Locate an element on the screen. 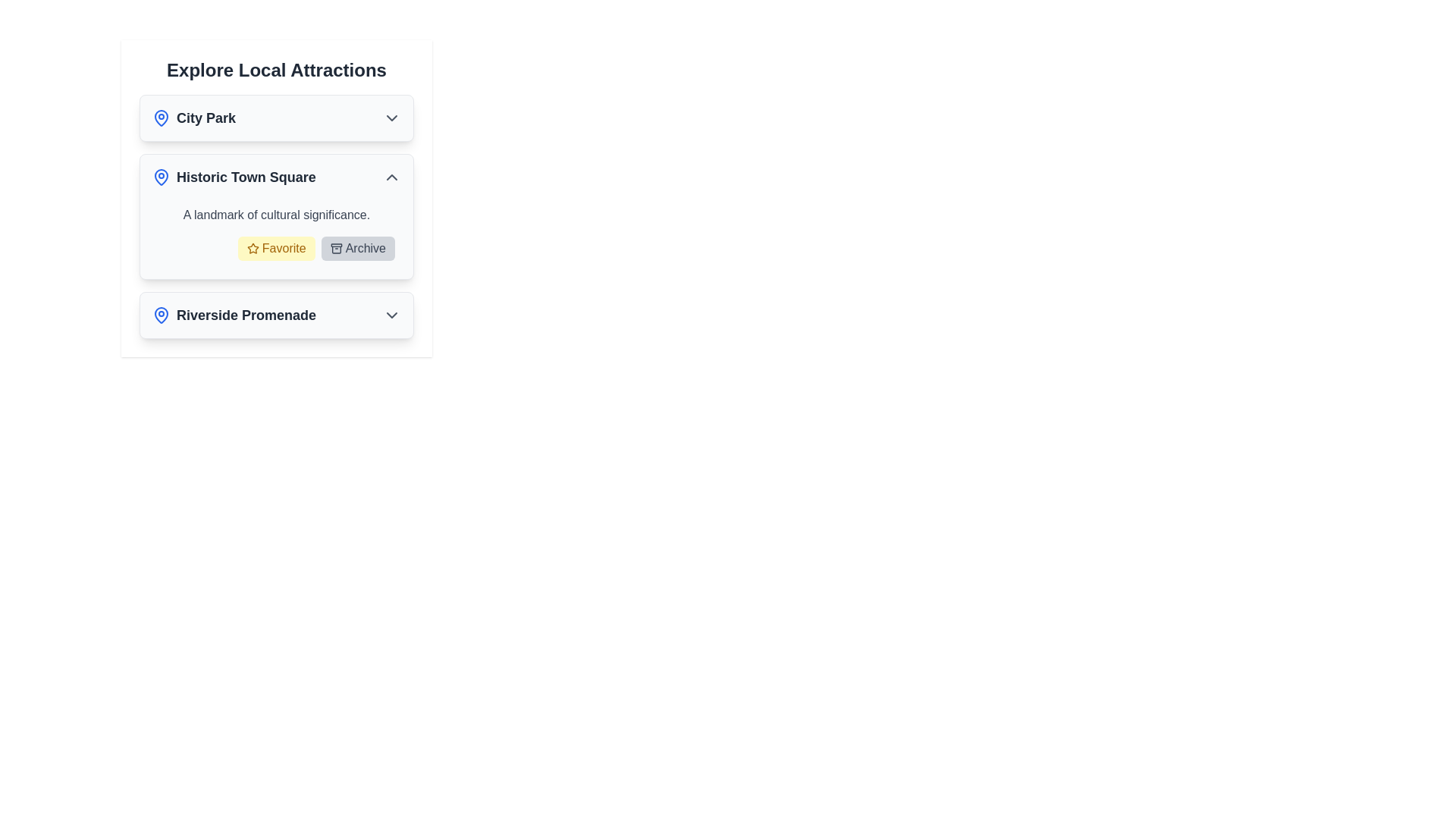 This screenshot has width=1456, height=819. the blue map pin icon with a hollow center located in the 'Explore Local Attractions' section is located at coordinates (161, 315).